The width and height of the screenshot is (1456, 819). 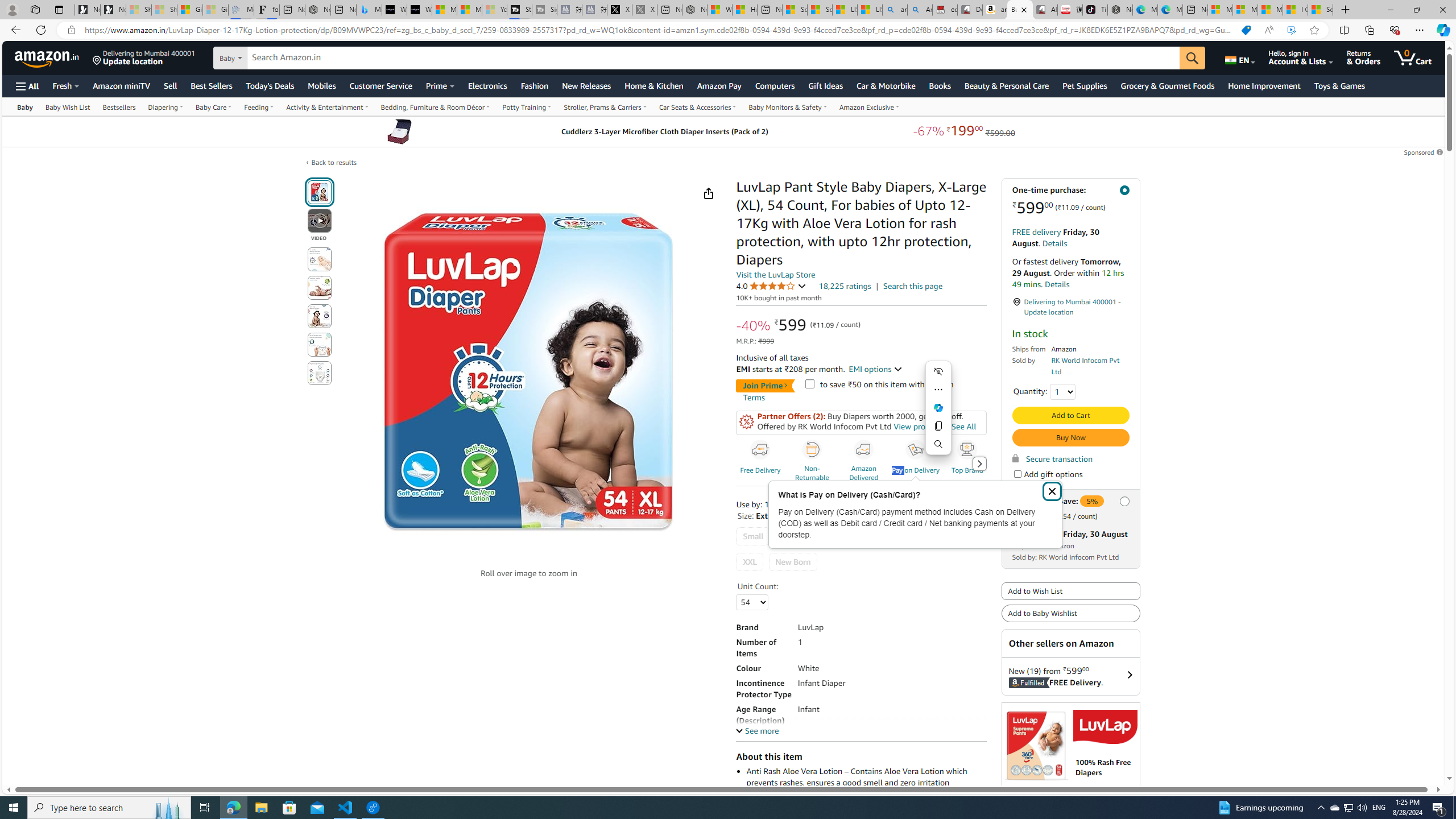 What do you see at coordinates (694, 9) in the screenshot?
I see `'Nordace - My Account'` at bounding box center [694, 9].